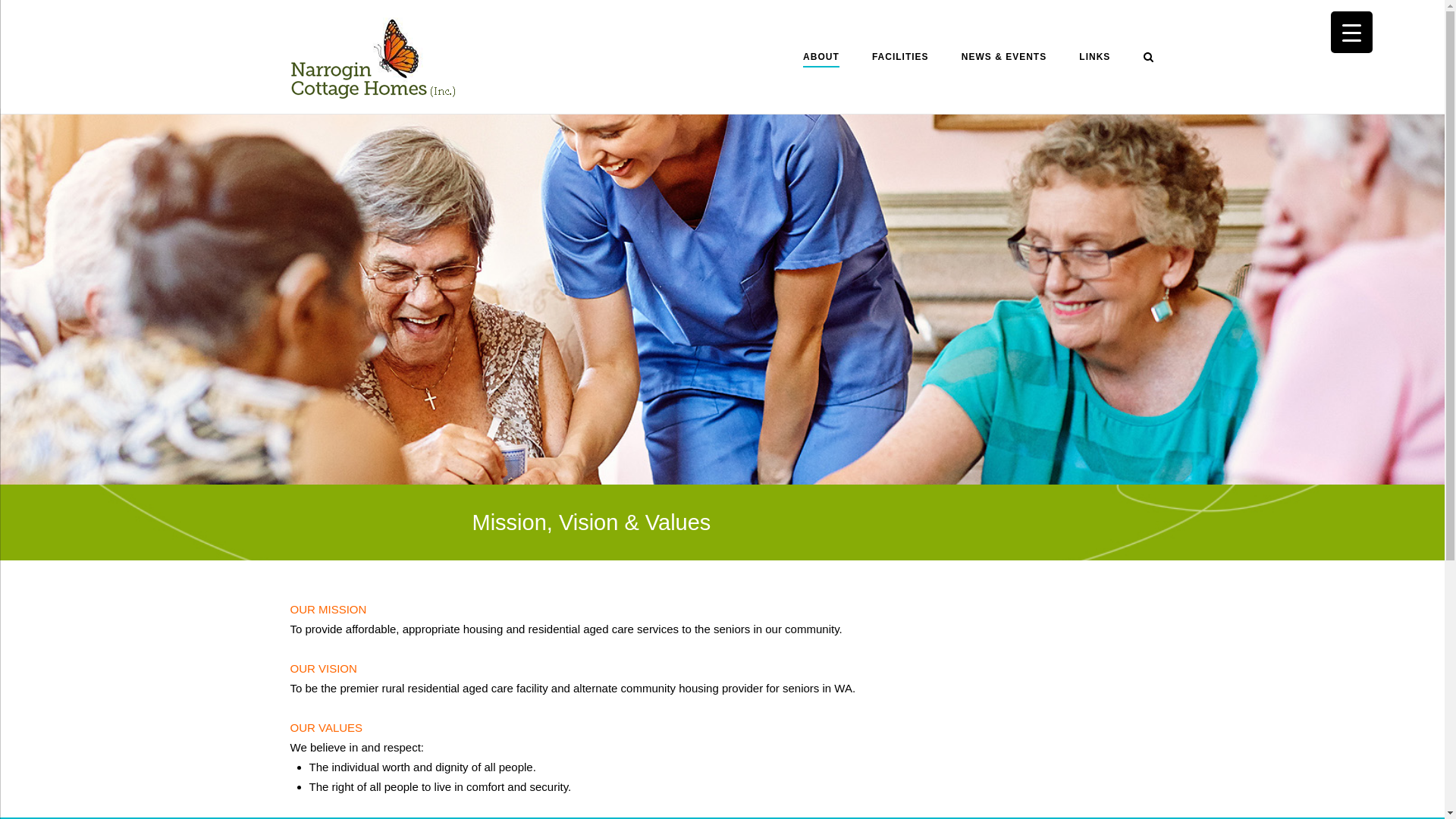  Describe the element at coordinates (1094, 58) in the screenshot. I see `'LINKS'` at that location.